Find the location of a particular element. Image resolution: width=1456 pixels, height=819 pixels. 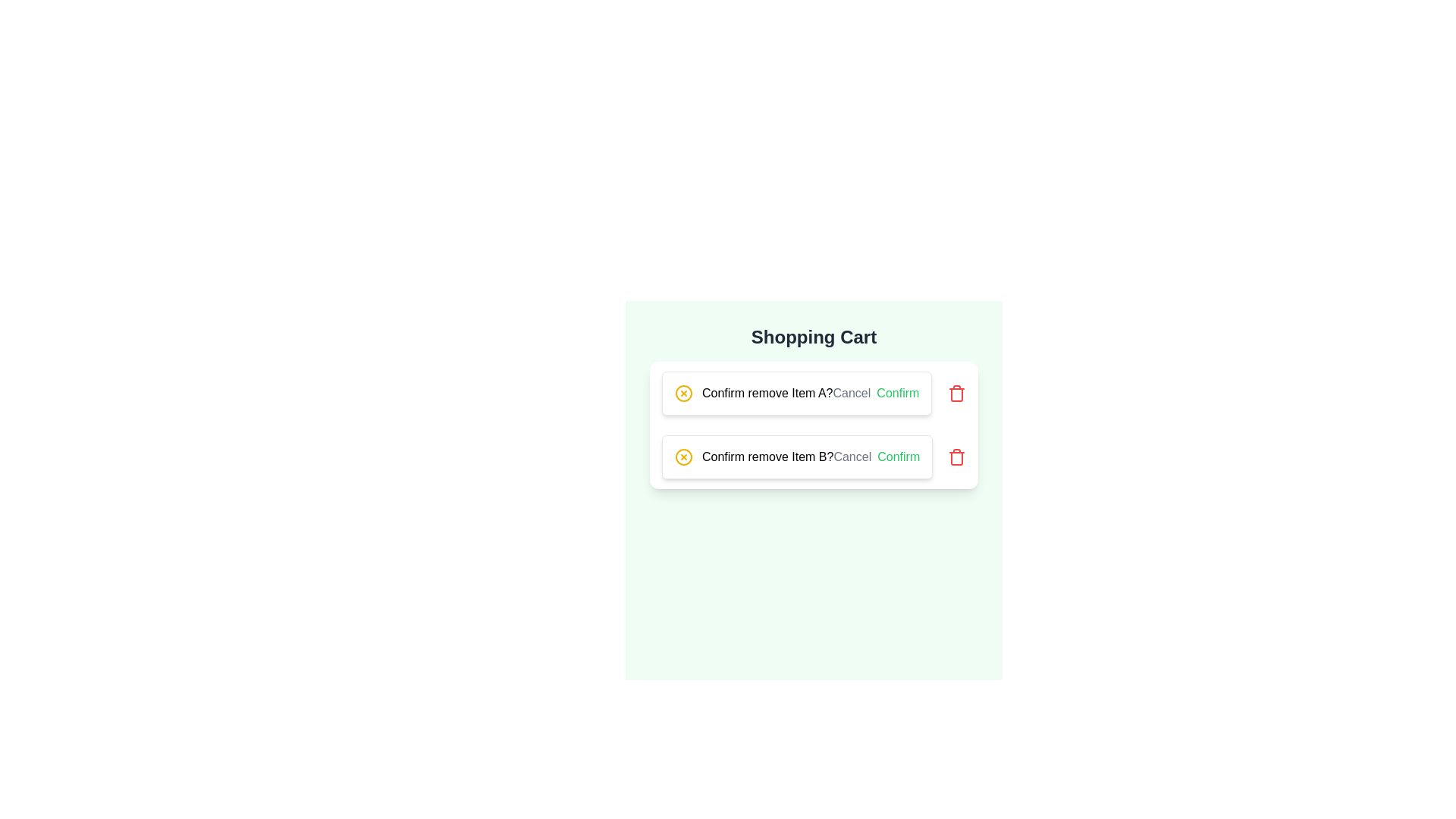

the Confirm button located at the bottom-right corner of the modal dialog box to finalize the action is located at coordinates (899, 456).